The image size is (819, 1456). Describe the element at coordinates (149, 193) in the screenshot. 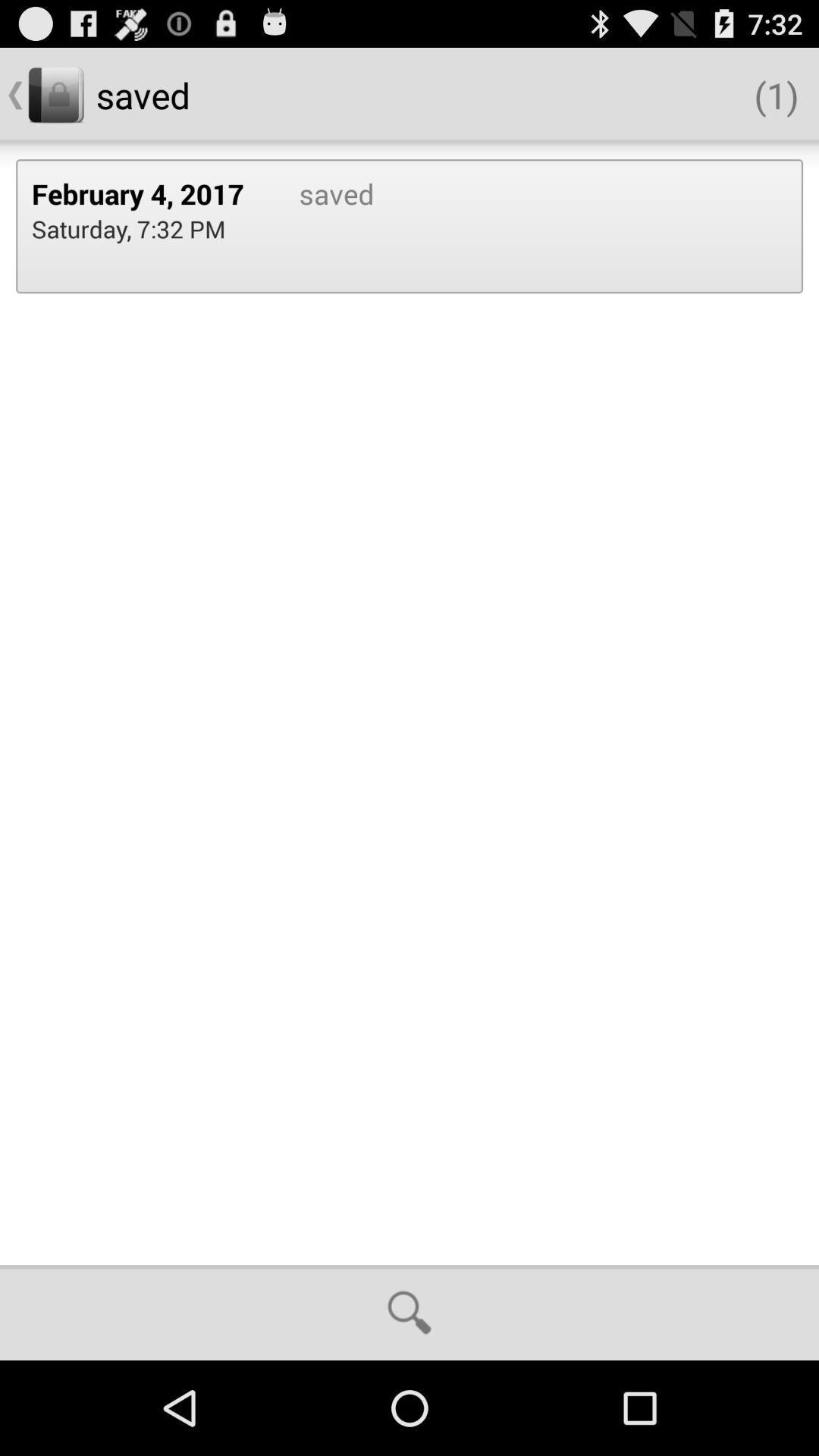

I see `app to the left of the saved icon` at that location.